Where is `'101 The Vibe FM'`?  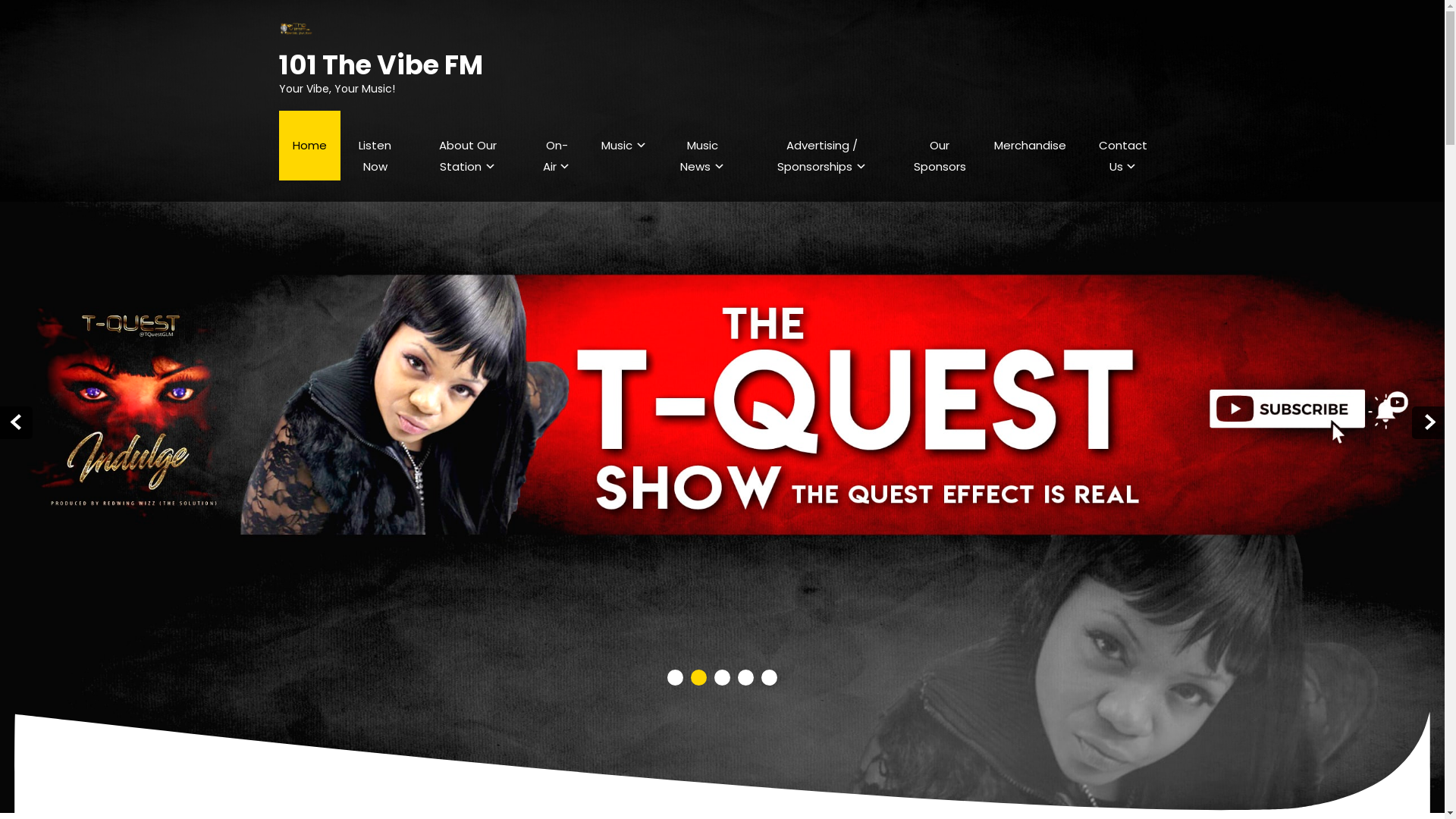 '101 The Vibe FM' is located at coordinates (381, 64).